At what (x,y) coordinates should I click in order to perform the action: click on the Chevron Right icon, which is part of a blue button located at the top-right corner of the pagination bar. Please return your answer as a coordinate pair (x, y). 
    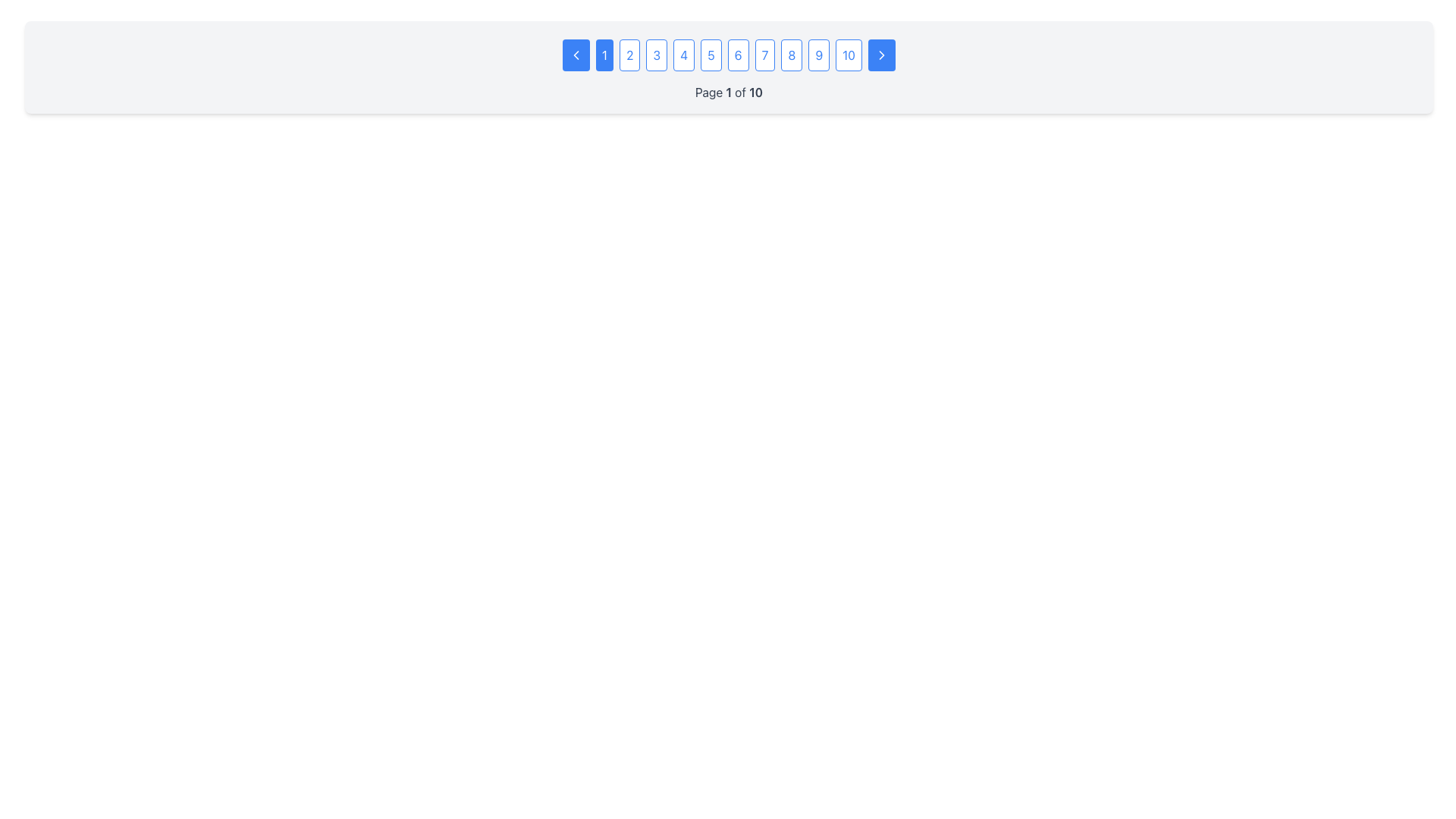
    Looking at the image, I should click on (881, 55).